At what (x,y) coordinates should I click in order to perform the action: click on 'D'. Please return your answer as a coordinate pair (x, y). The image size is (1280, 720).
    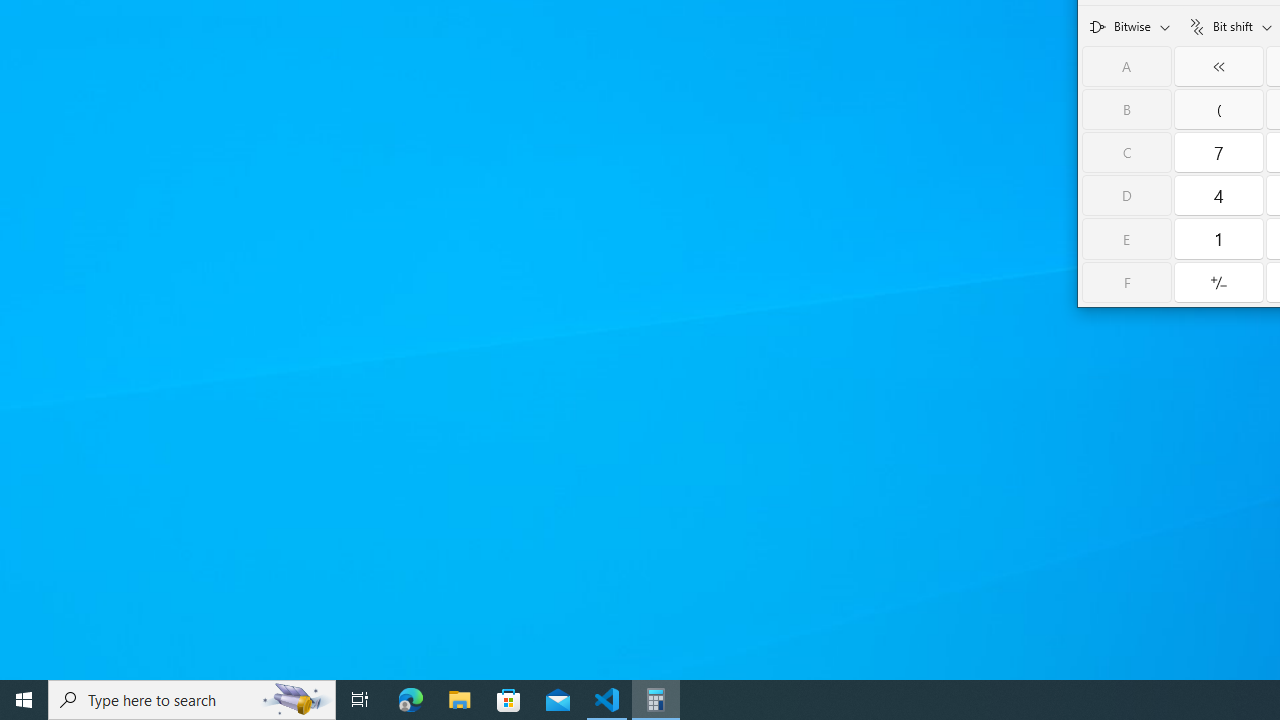
    Looking at the image, I should click on (1127, 195).